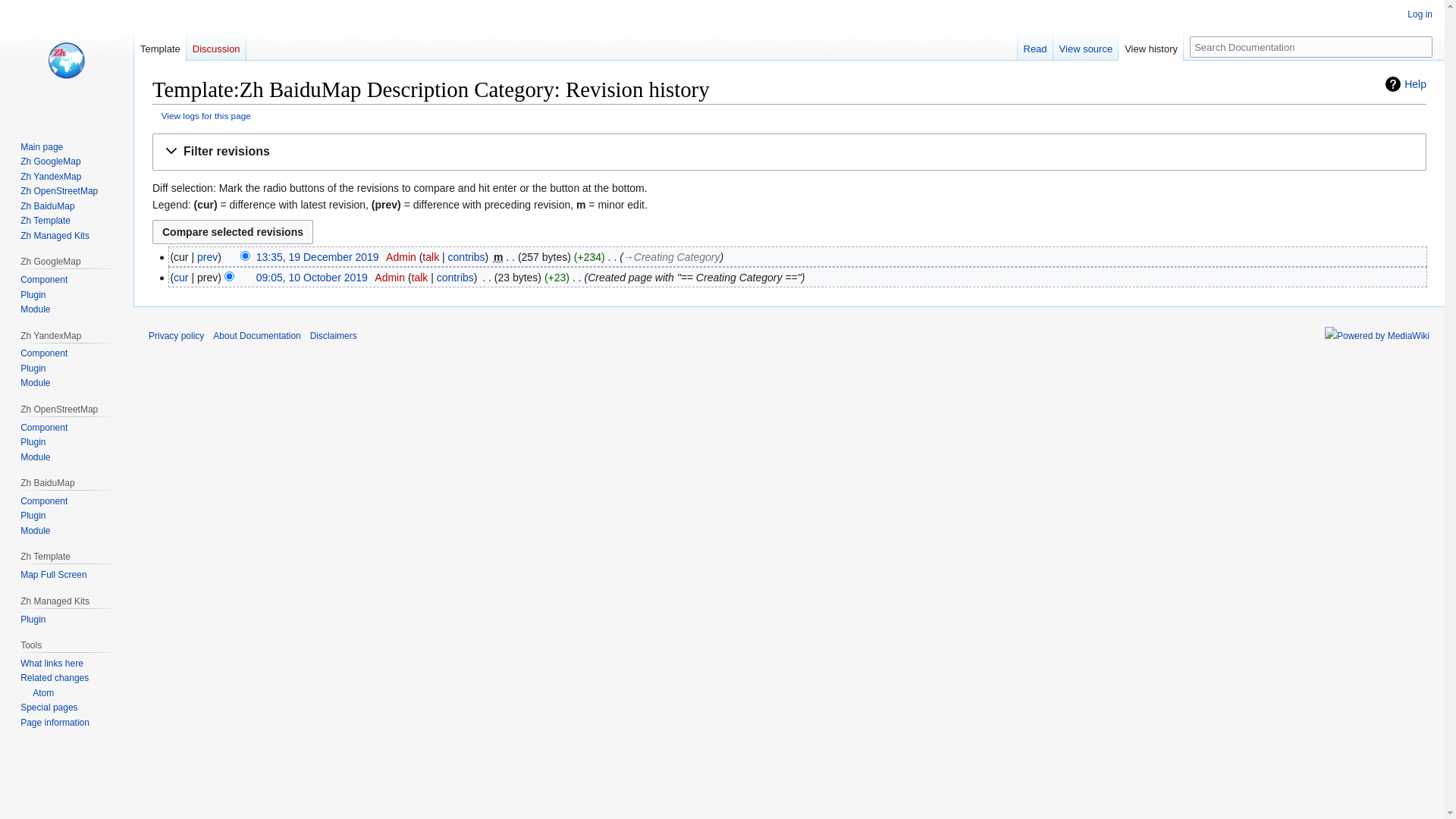 The image size is (1456, 819). What do you see at coordinates (232, 231) in the screenshot?
I see `'Compare selected revisions'` at bounding box center [232, 231].